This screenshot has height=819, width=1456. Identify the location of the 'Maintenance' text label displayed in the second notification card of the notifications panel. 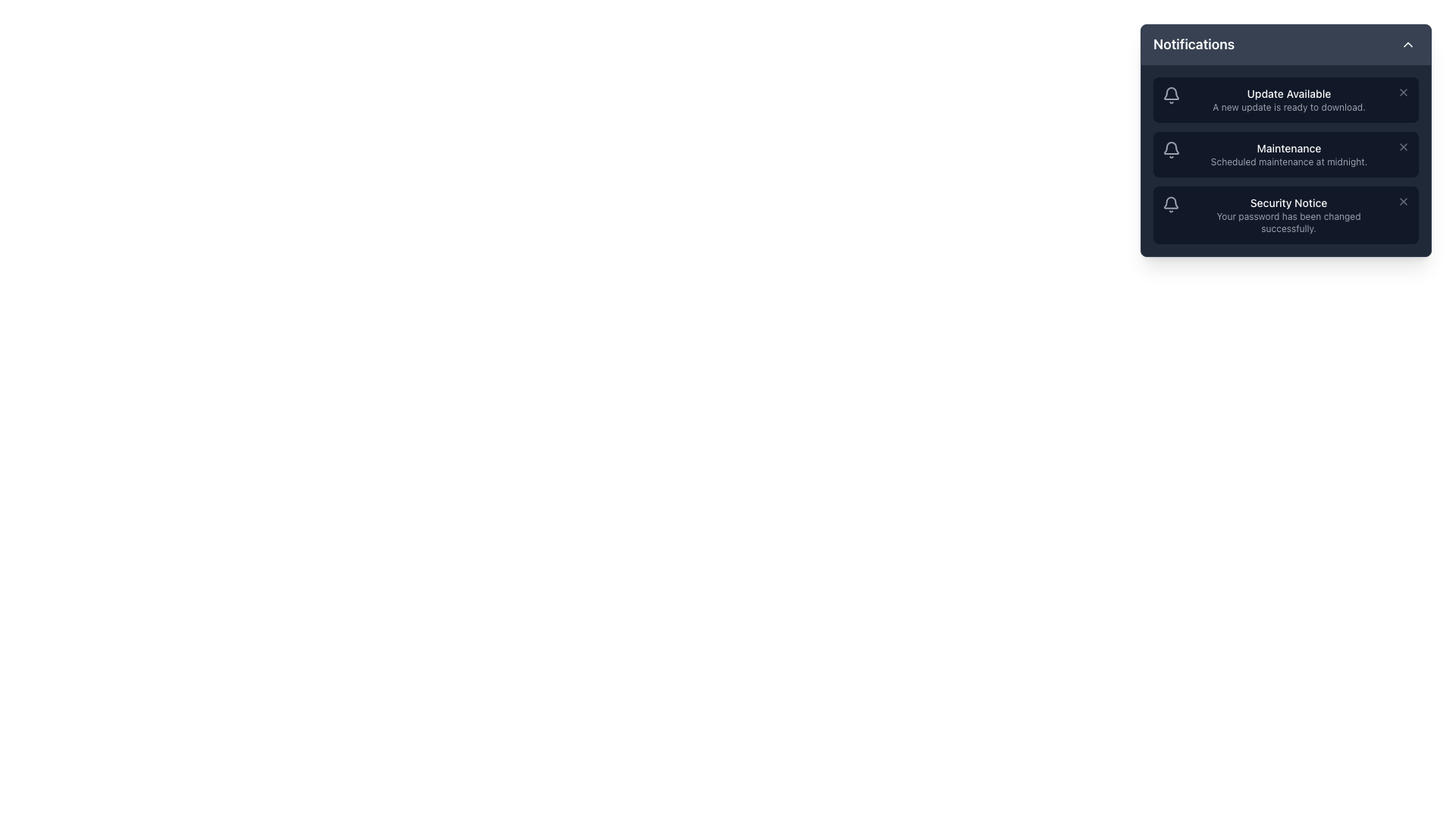
(1288, 149).